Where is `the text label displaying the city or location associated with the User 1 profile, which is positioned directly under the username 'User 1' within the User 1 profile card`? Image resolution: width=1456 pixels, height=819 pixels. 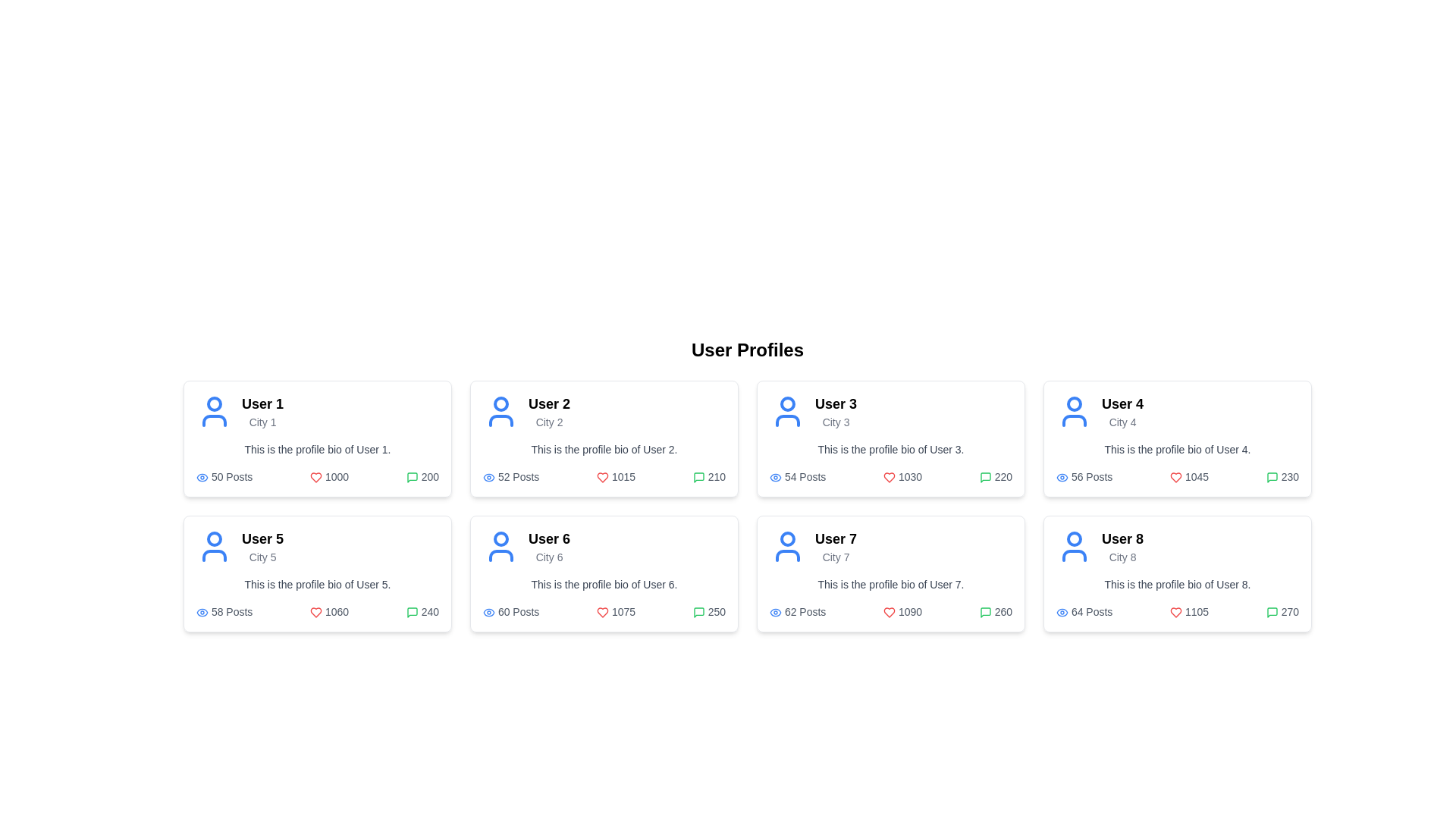 the text label displaying the city or location associated with the User 1 profile, which is positioned directly under the username 'User 1' within the User 1 profile card is located at coordinates (262, 422).